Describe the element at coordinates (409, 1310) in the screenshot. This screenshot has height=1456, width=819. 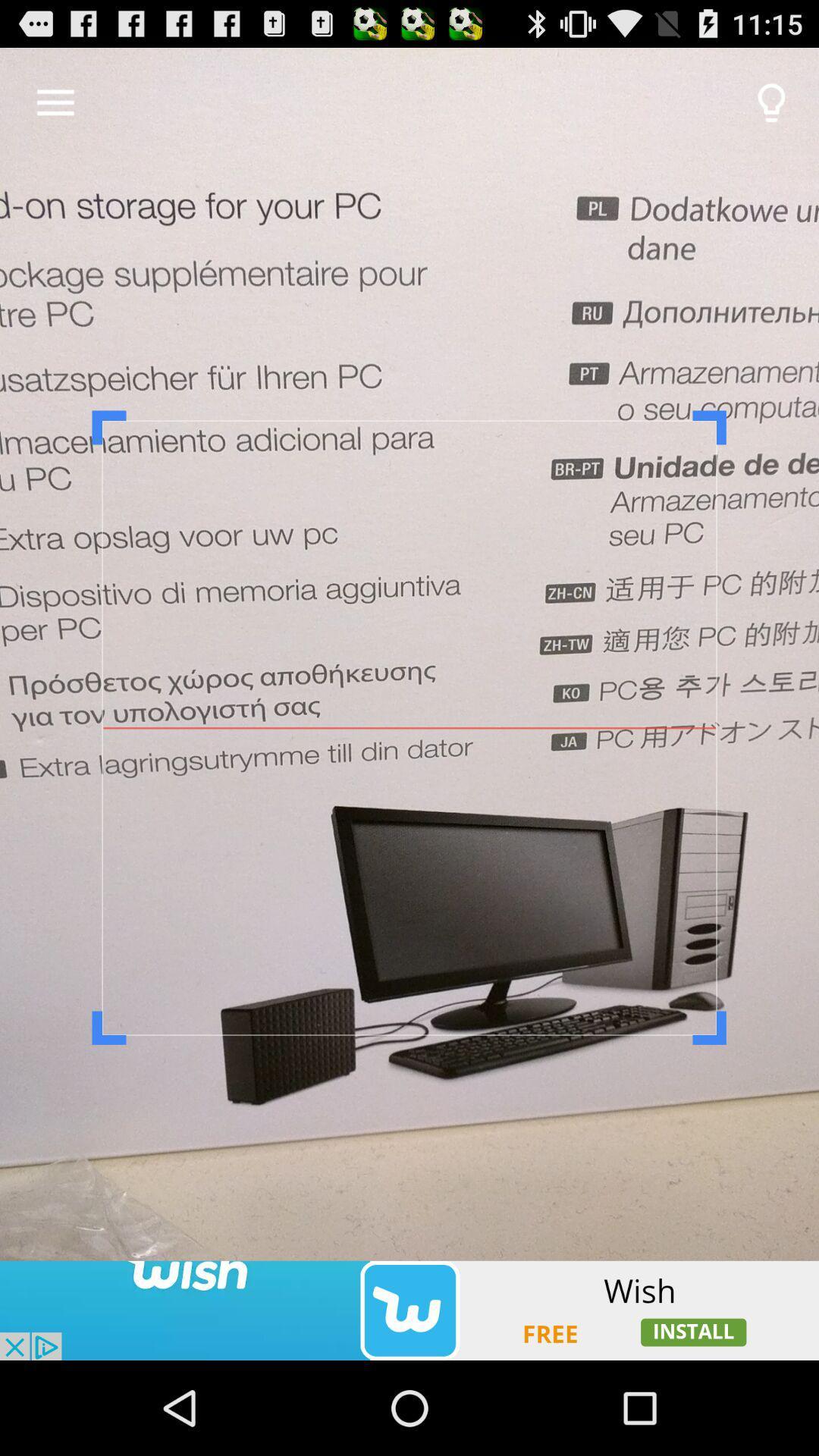
I see `advertising bar` at that location.